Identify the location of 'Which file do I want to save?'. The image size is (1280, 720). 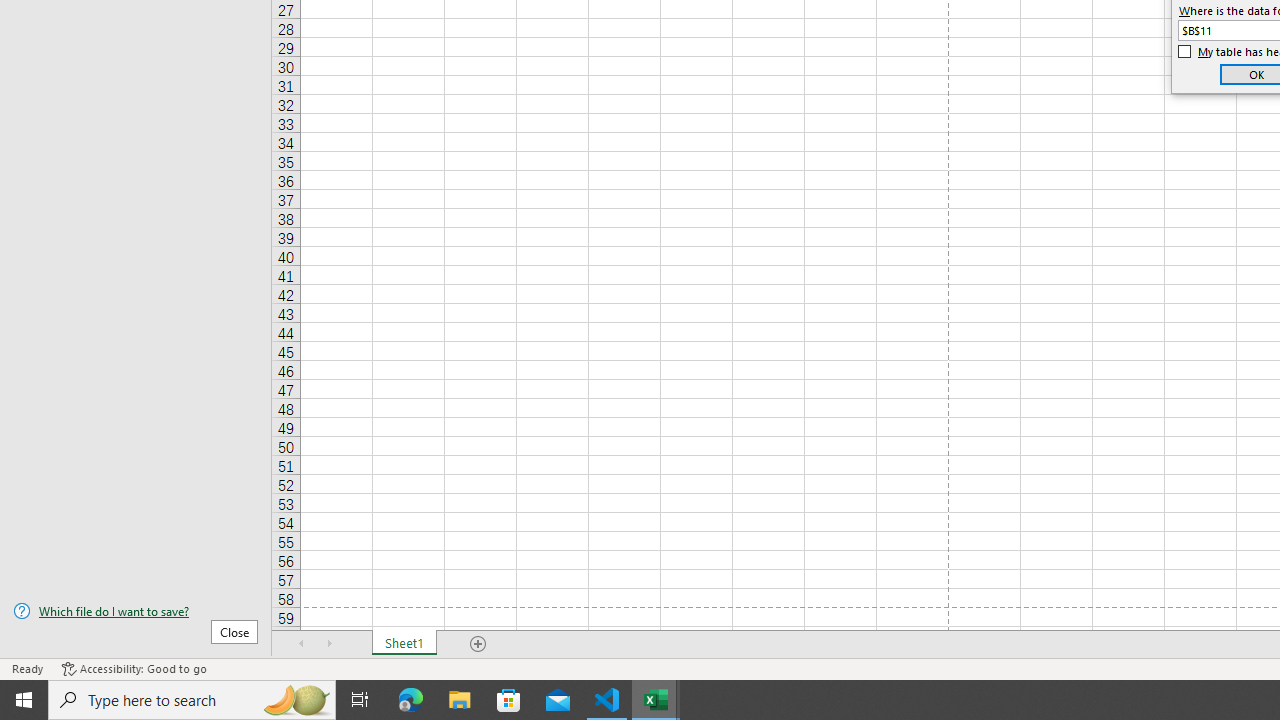
(135, 610).